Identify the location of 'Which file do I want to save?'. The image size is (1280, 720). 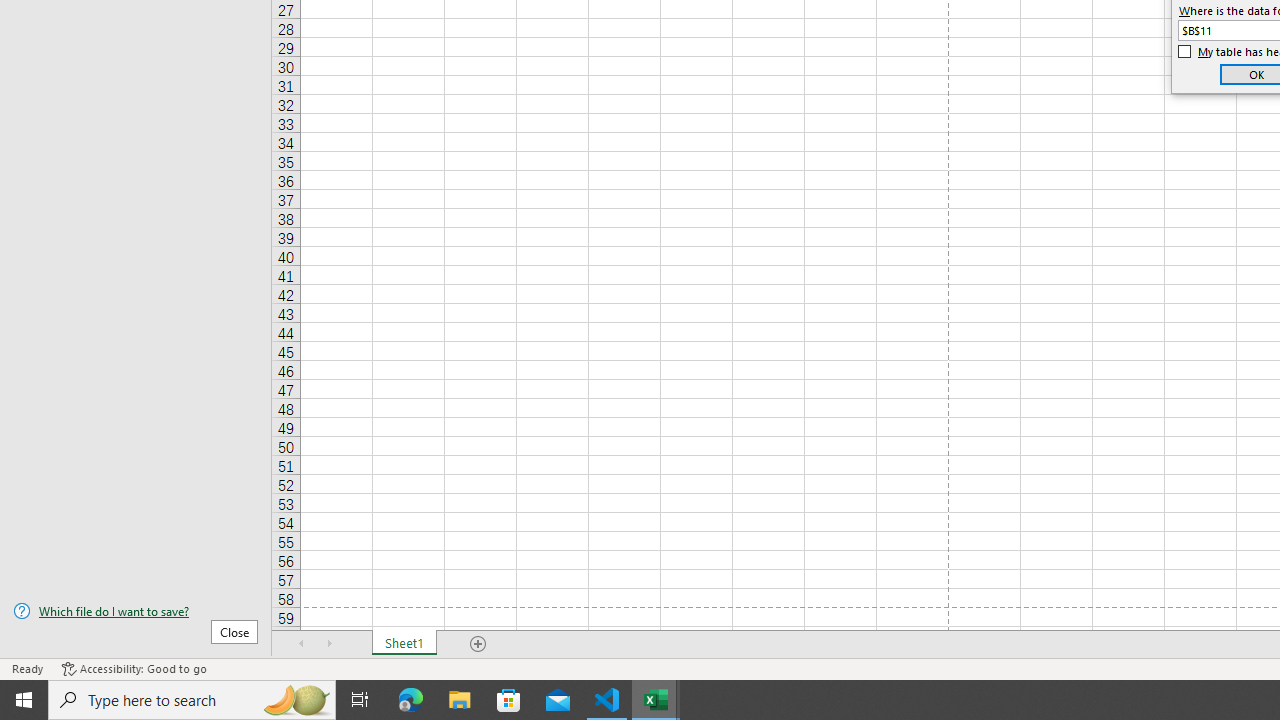
(135, 610).